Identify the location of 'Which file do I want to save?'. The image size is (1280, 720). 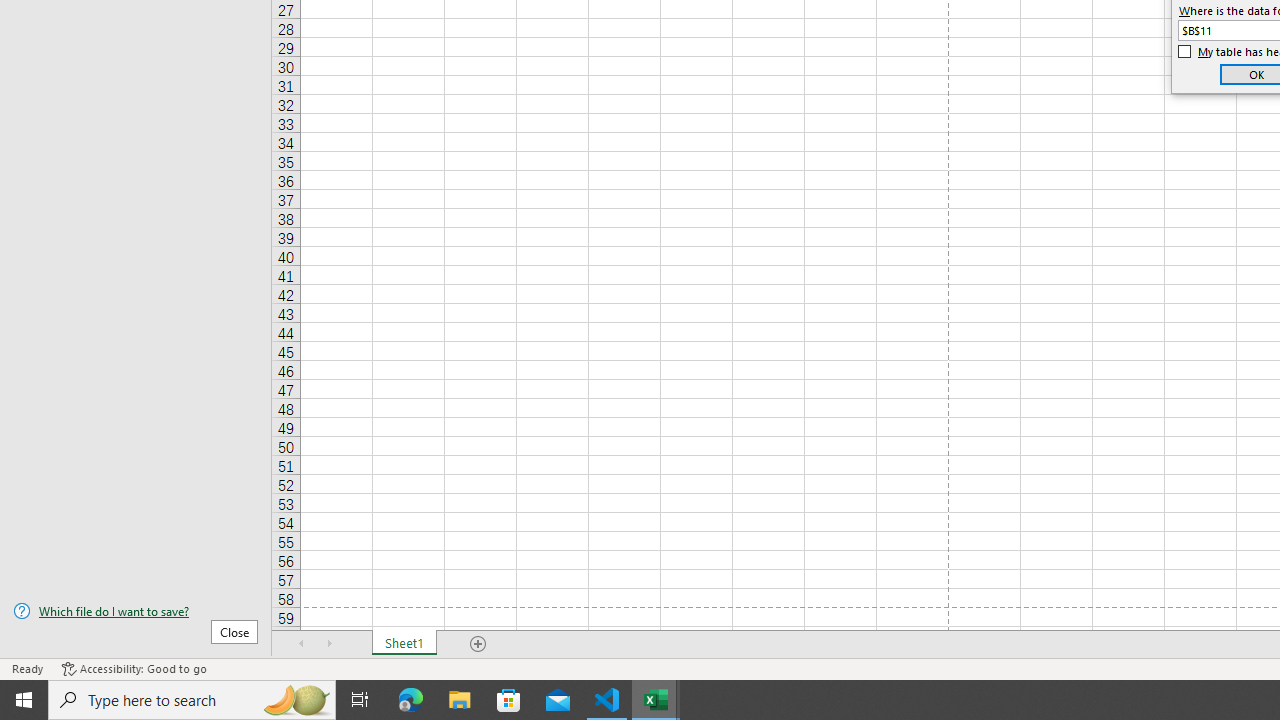
(135, 610).